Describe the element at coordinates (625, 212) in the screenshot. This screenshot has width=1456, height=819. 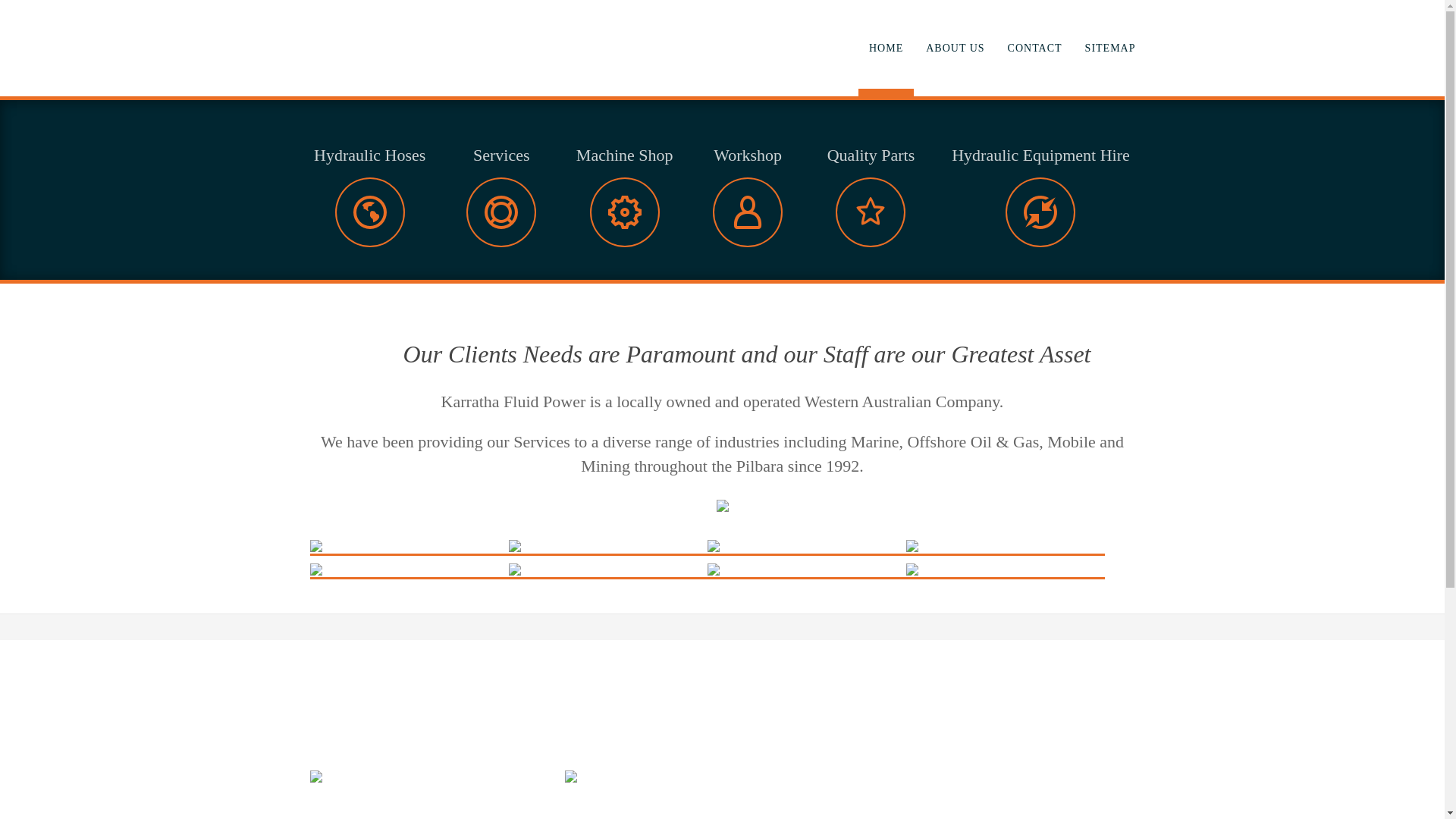
I see `'icon'` at that location.